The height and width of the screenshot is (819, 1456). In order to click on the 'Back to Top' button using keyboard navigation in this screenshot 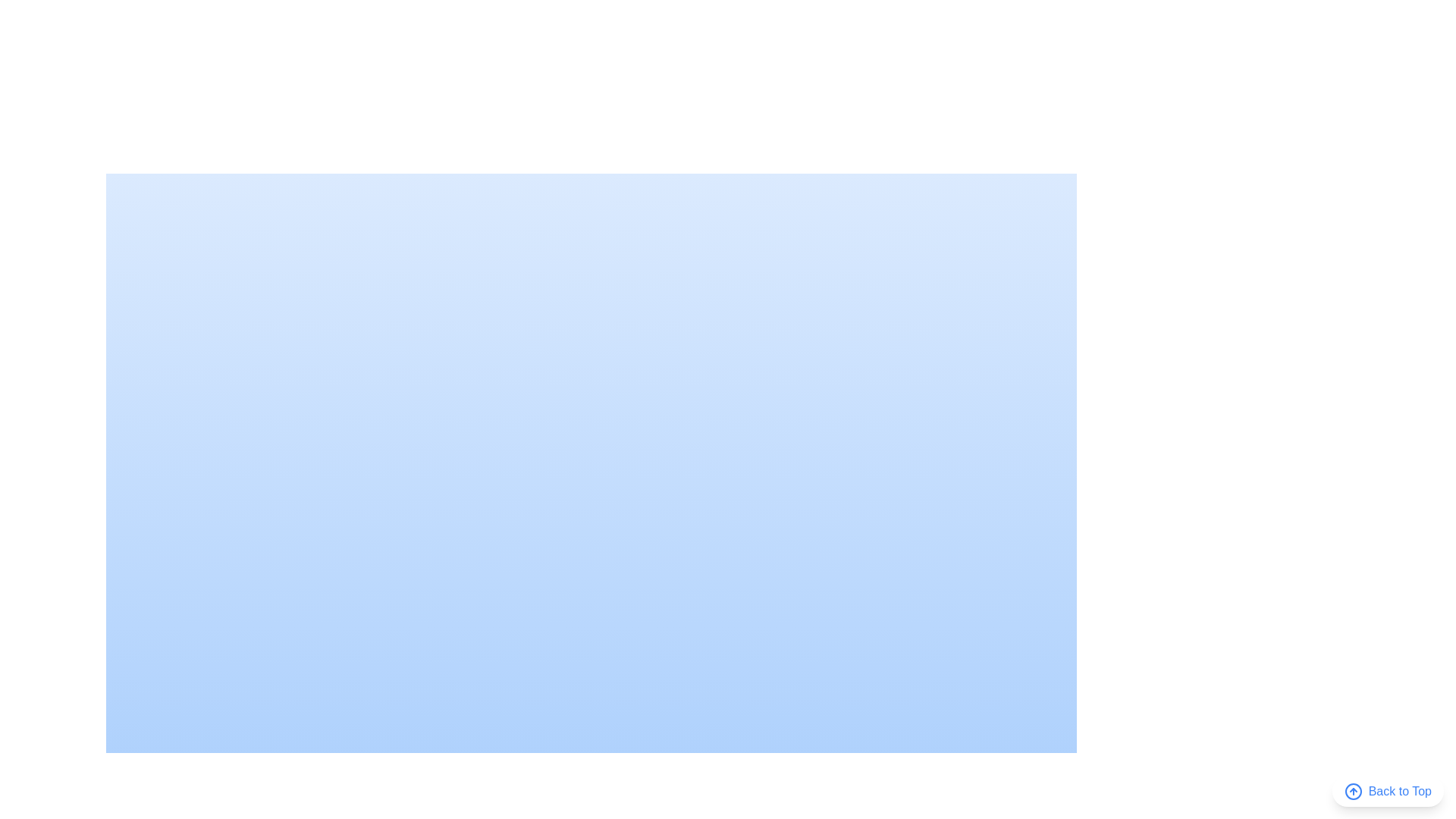, I will do `click(1388, 791)`.